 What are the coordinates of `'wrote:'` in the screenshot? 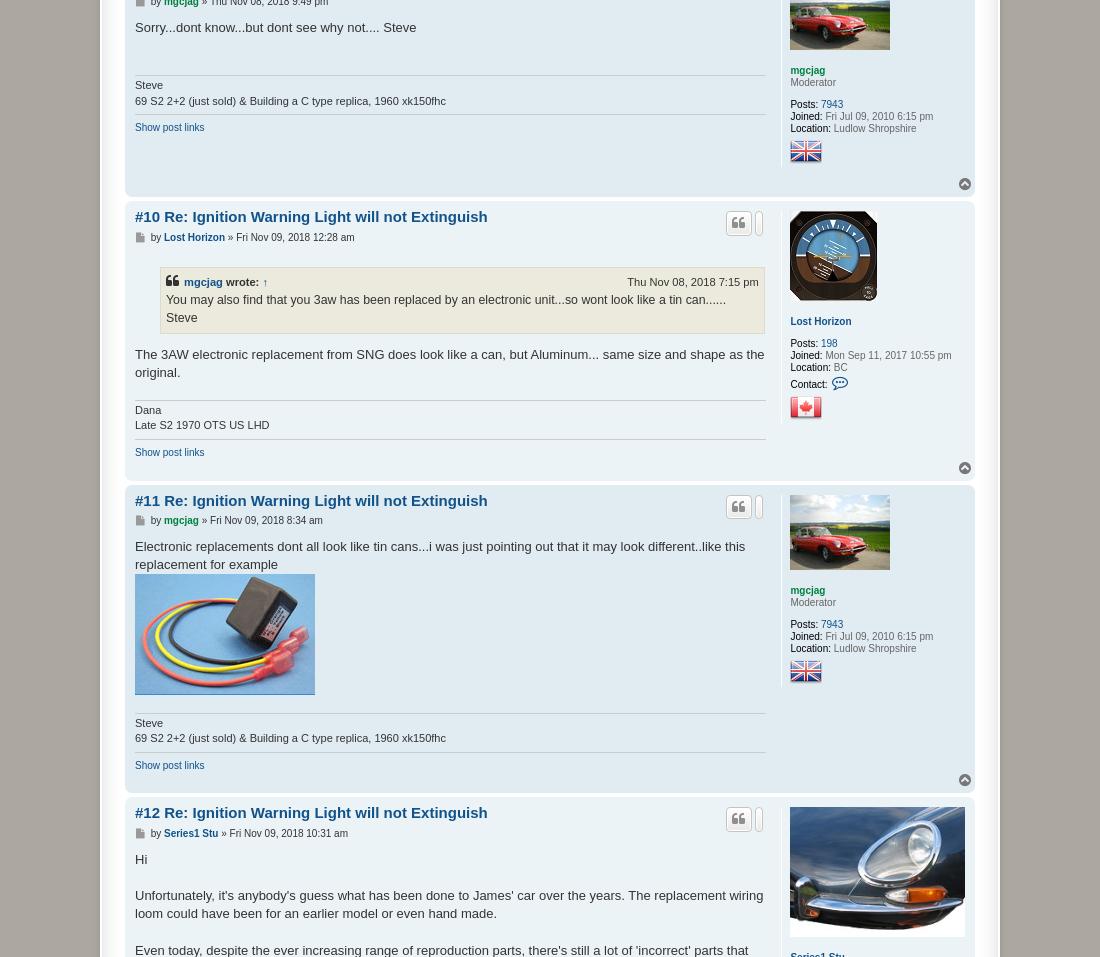 It's located at (242, 279).